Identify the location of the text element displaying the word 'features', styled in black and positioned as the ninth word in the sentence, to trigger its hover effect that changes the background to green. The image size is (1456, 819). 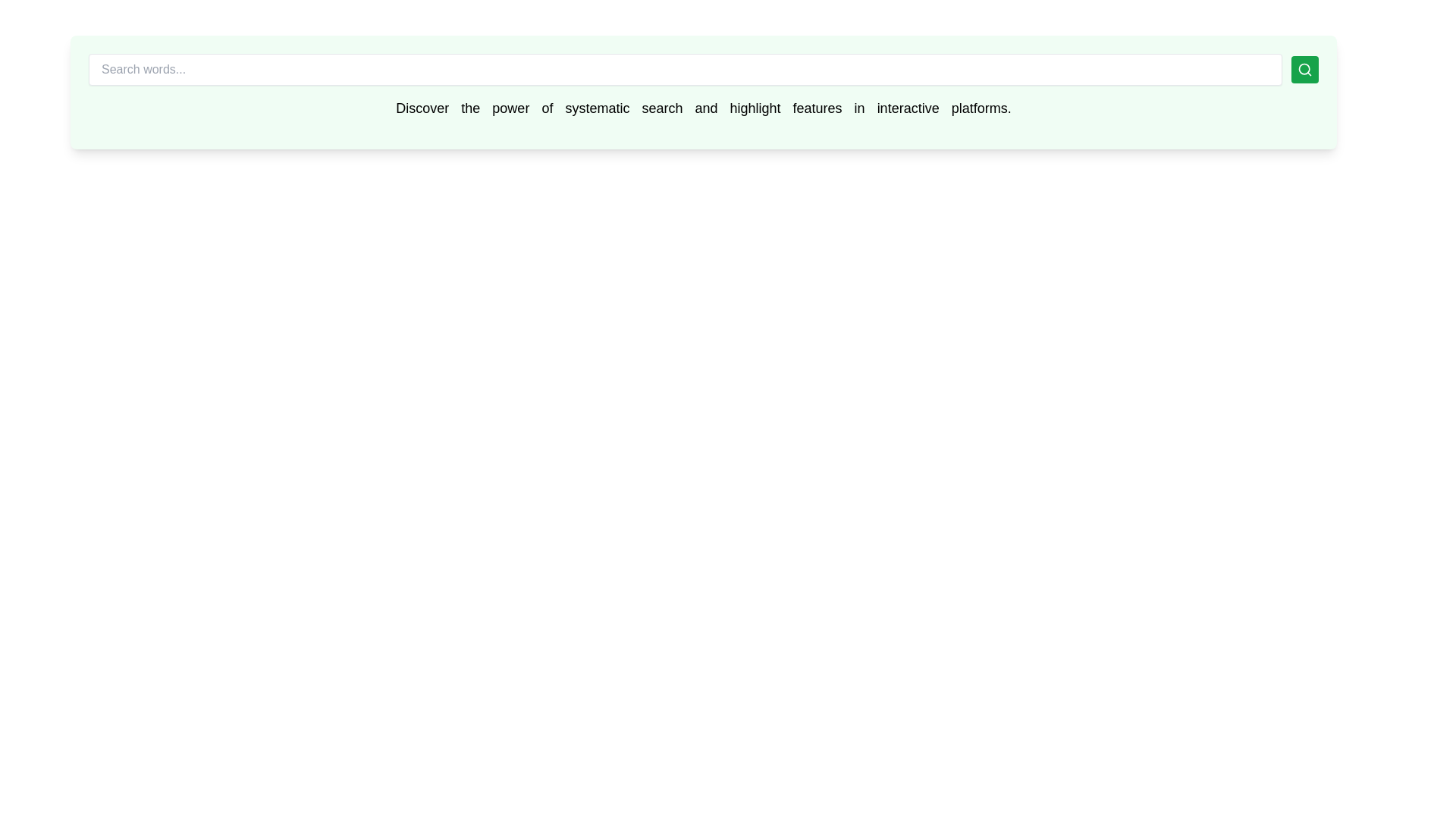
(817, 107).